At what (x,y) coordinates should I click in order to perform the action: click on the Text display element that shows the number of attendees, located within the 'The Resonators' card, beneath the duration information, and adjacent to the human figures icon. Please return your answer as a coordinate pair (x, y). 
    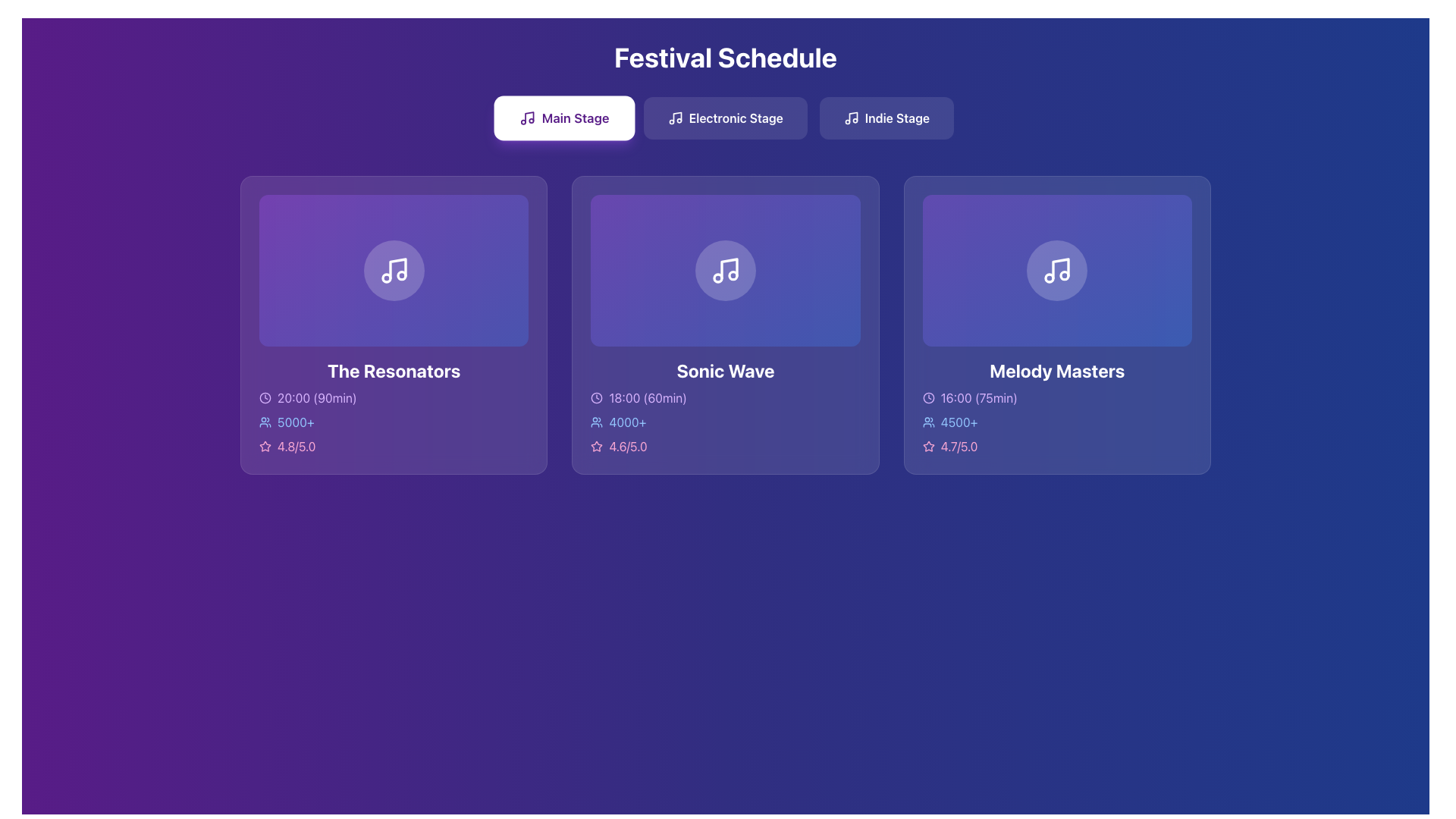
    Looking at the image, I should click on (296, 422).